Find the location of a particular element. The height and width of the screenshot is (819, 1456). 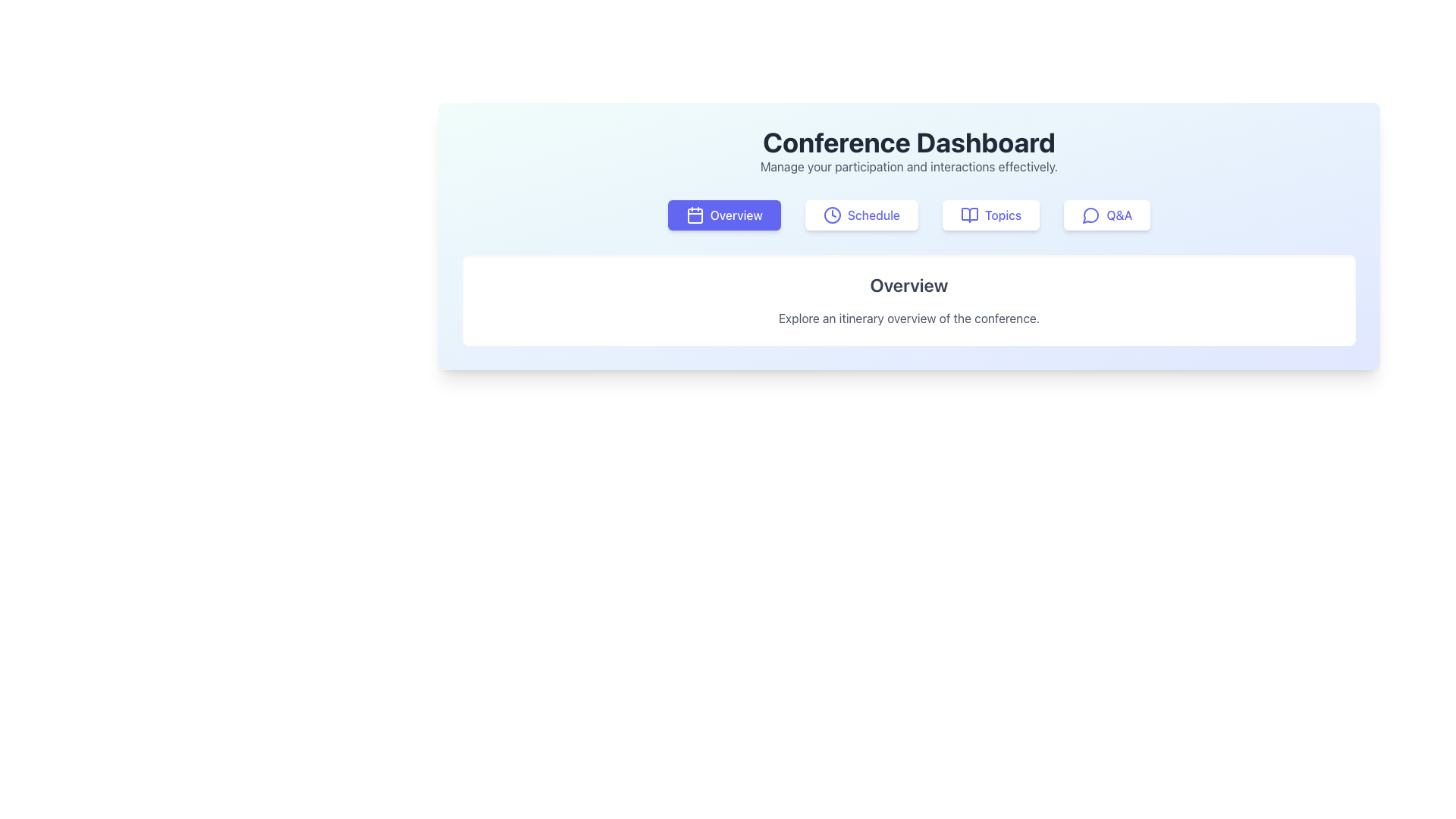

text heading that prominently displays the word 'Overview' in a large, bold font, located centrally within a white background card is located at coordinates (909, 284).